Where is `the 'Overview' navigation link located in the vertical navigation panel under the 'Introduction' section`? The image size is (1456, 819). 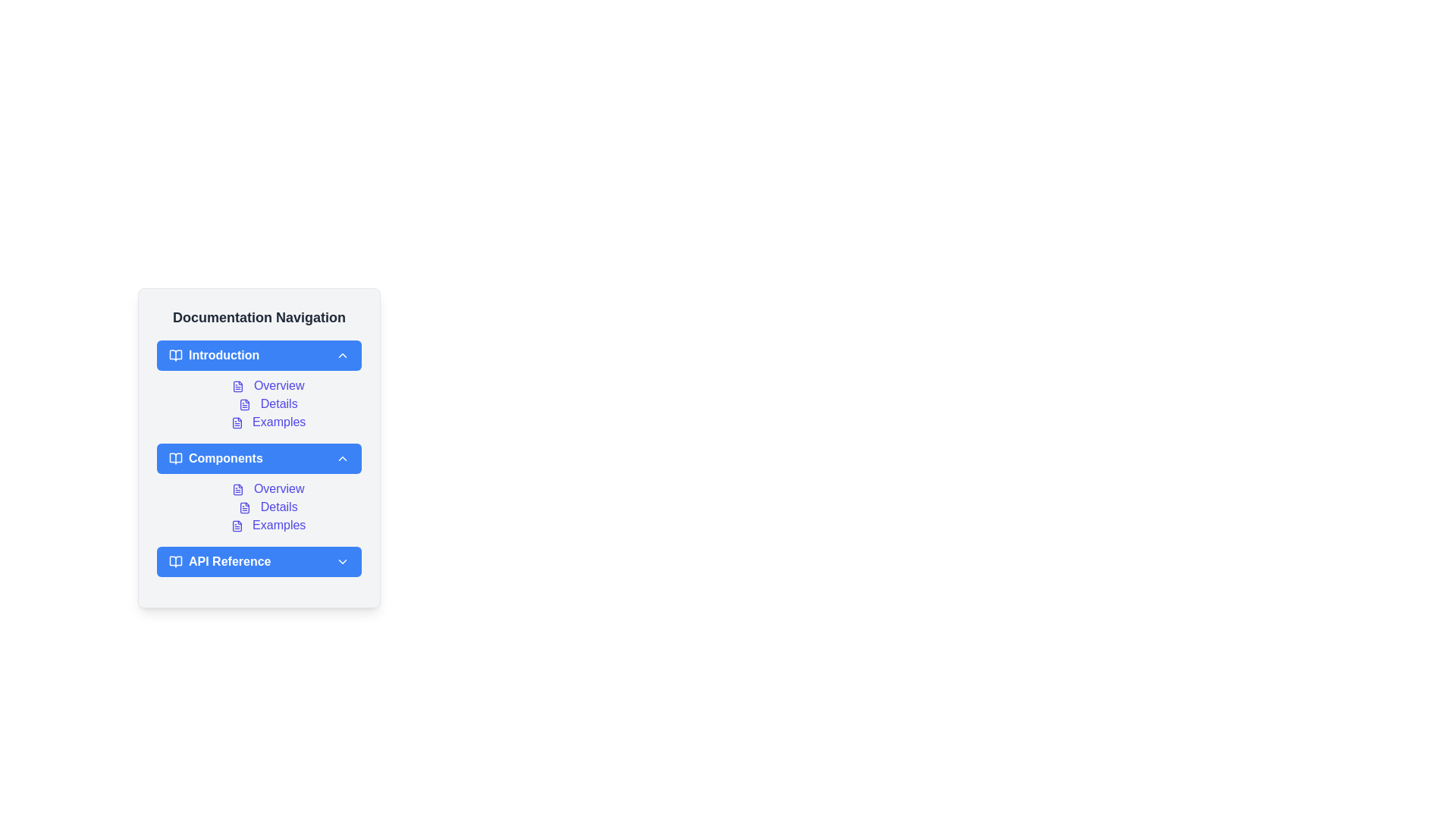 the 'Overview' navigation link located in the vertical navigation panel under the 'Introduction' section is located at coordinates (268, 385).